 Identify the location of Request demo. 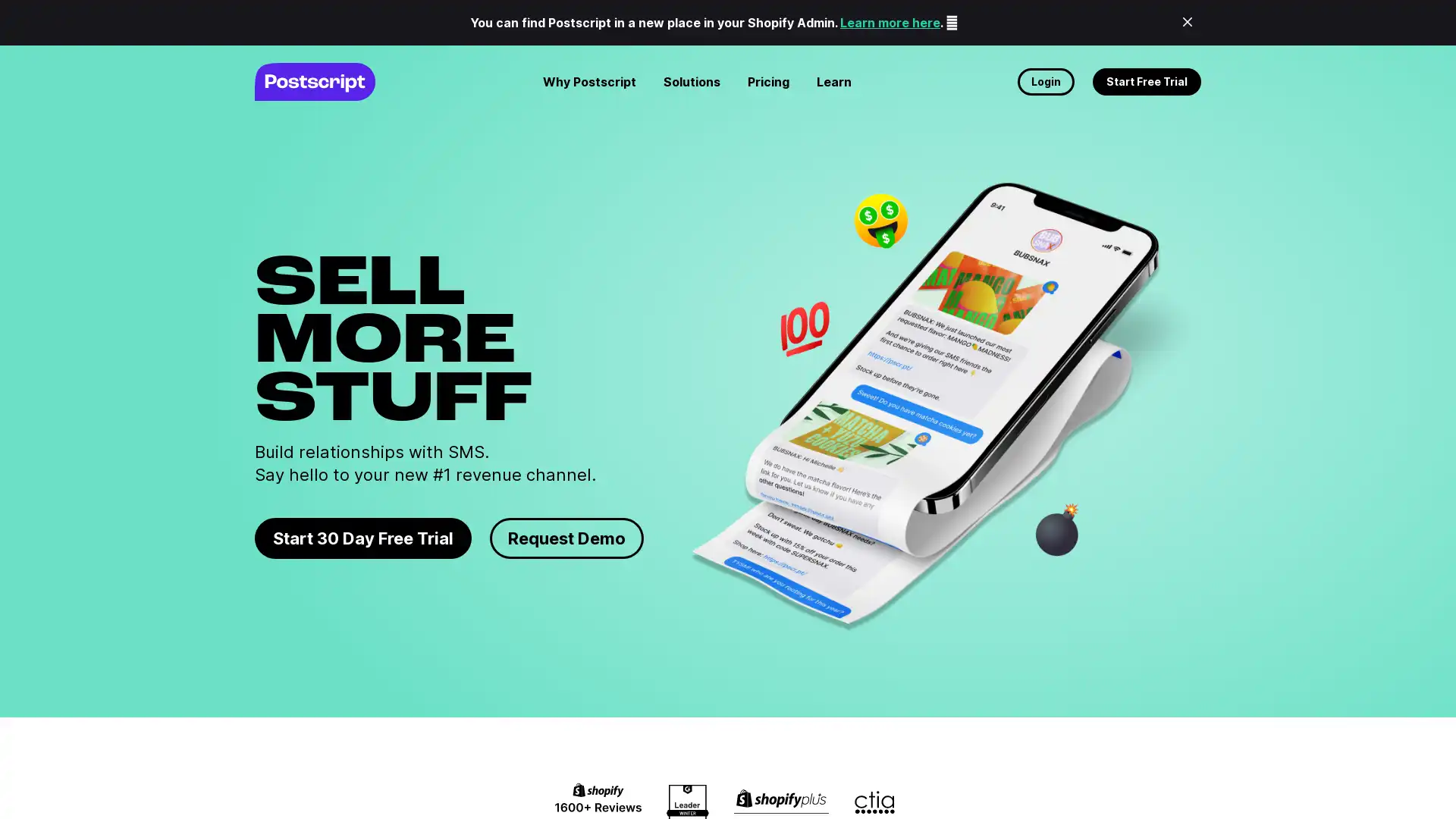
(1314, 748).